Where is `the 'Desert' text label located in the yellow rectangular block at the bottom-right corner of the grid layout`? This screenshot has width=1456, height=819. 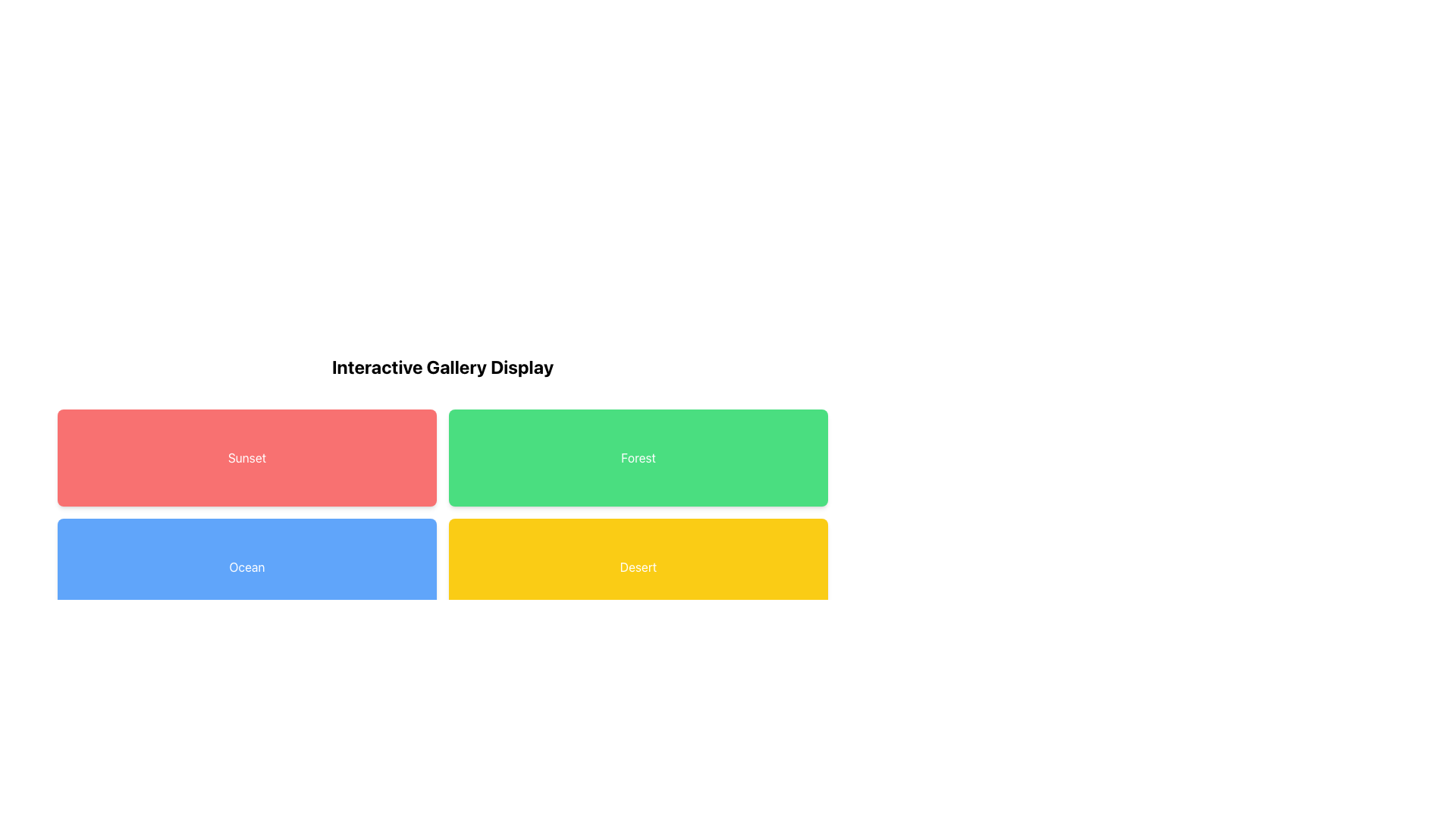 the 'Desert' text label located in the yellow rectangular block at the bottom-right corner of the grid layout is located at coordinates (638, 567).